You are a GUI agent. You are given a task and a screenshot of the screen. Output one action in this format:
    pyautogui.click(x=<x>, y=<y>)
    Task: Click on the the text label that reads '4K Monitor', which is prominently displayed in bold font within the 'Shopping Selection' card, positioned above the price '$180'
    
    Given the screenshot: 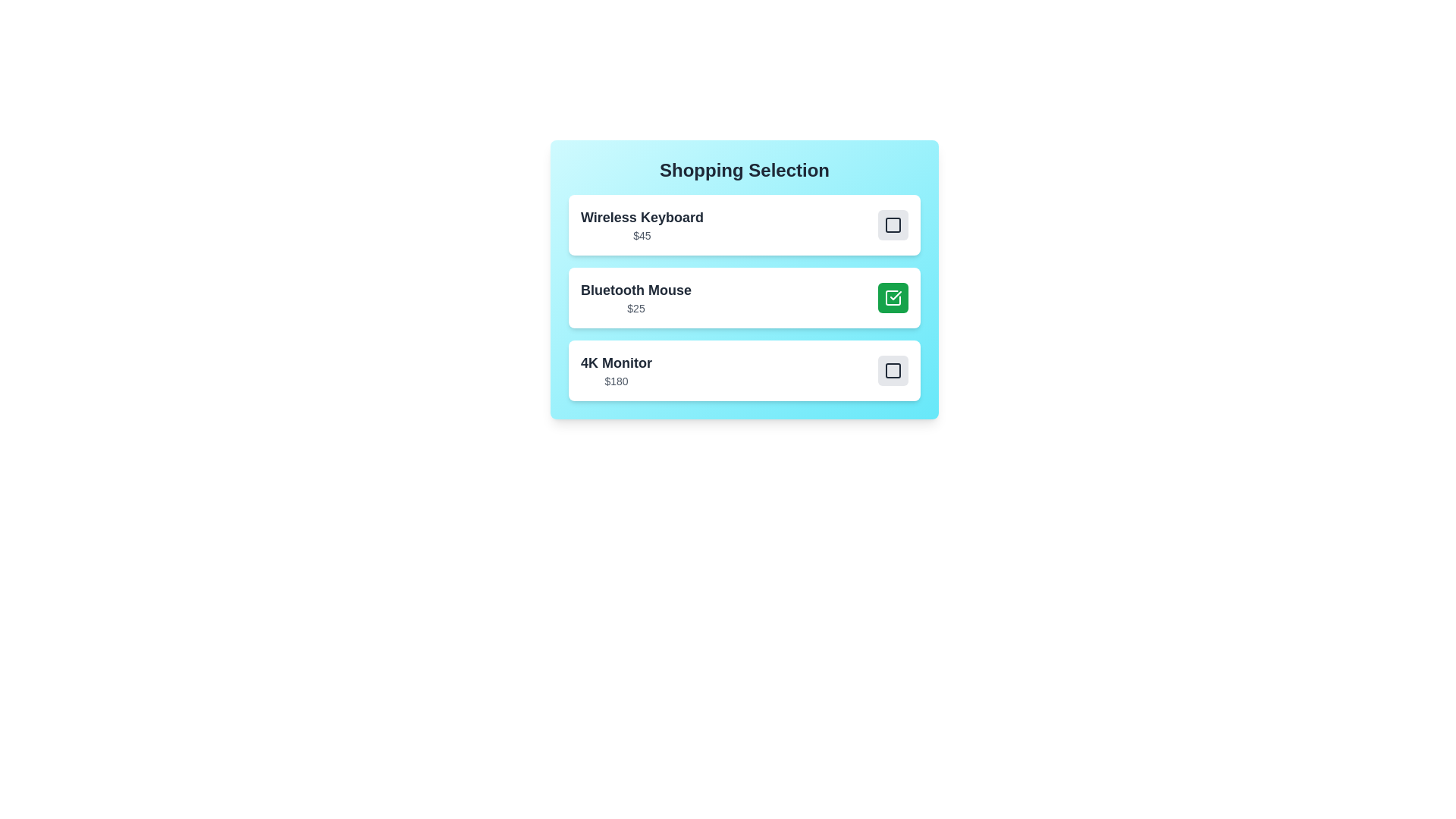 What is the action you would take?
    pyautogui.click(x=616, y=362)
    